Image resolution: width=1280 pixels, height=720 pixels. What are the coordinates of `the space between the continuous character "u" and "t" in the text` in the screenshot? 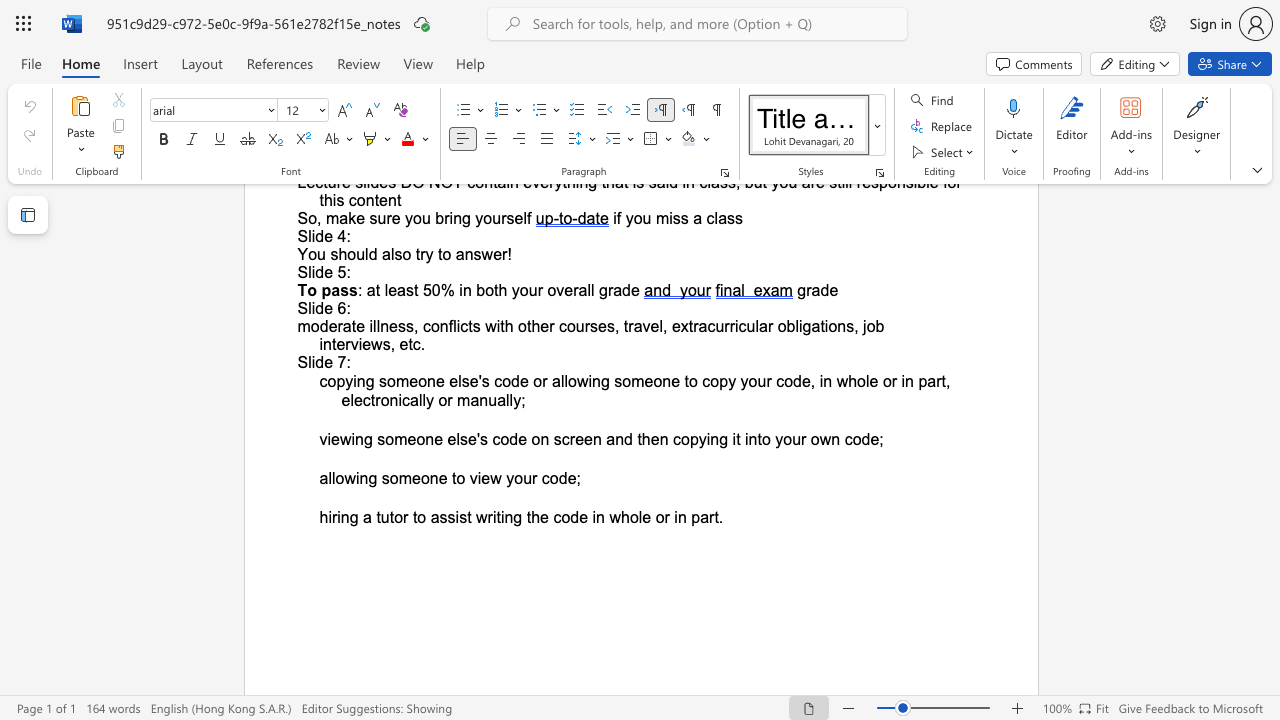 It's located at (388, 516).